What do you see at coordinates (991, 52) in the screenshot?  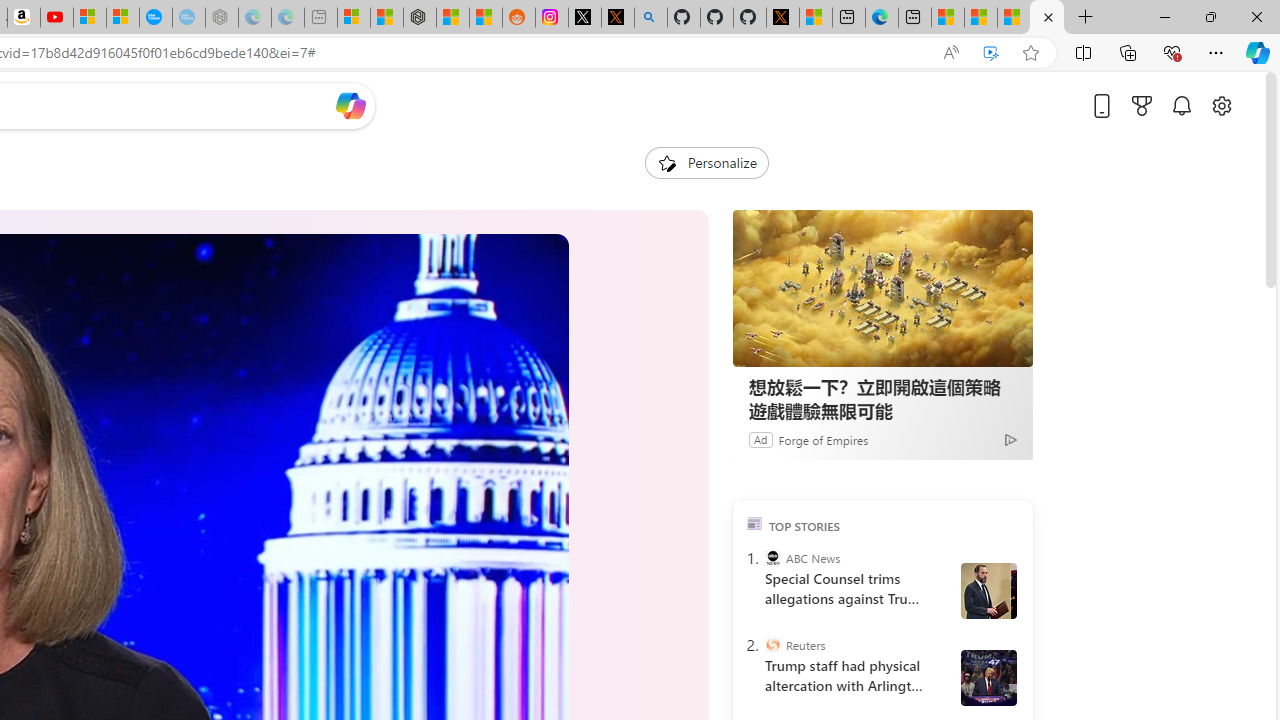 I see `'Enhance video'` at bounding box center [991, 52].